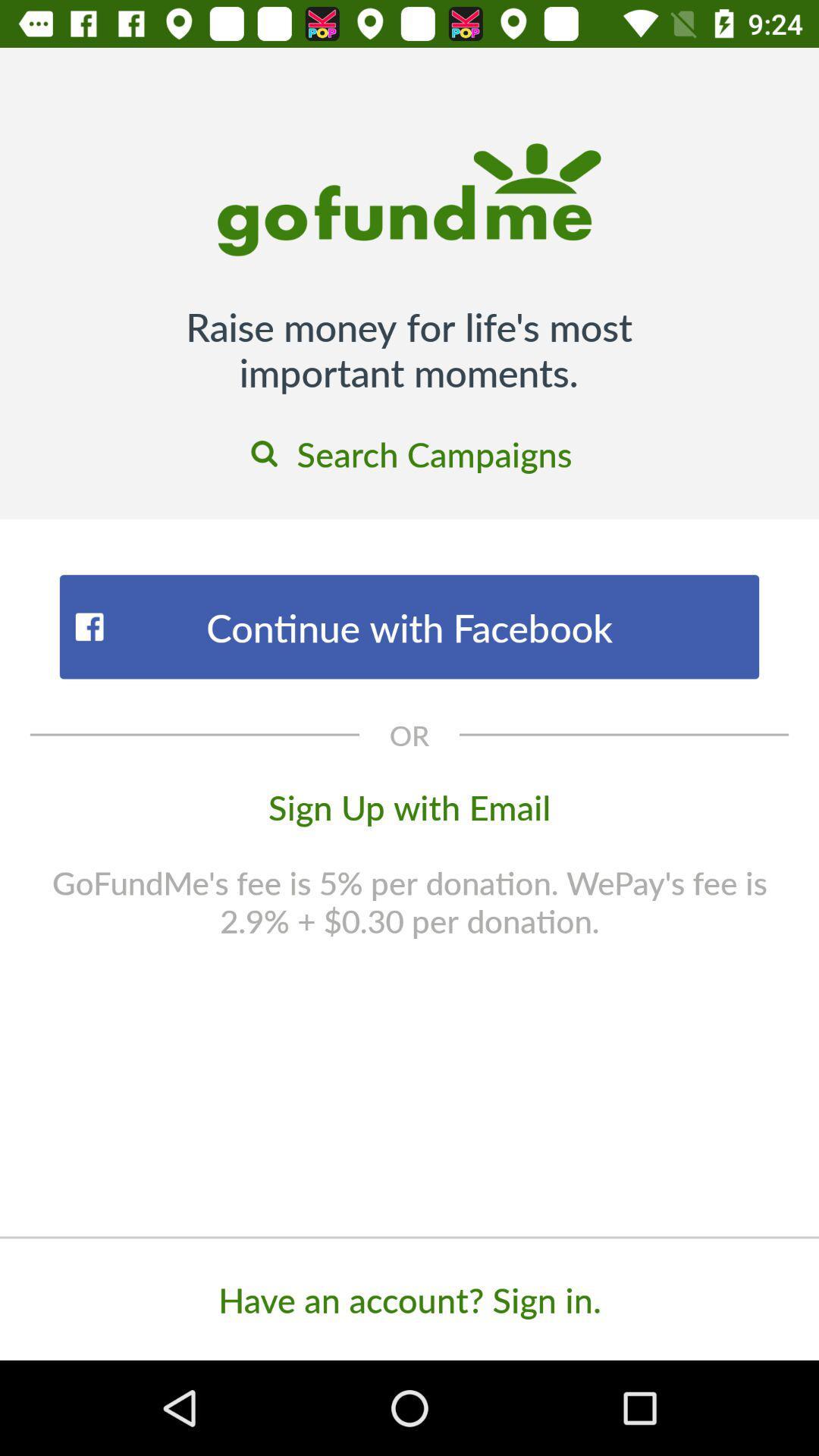 The height and width of the screenshot is (1456, 819). Describe the element at coordinates (409, 626) in the screenshot. I see `the icon below the search campaigns` at that location.